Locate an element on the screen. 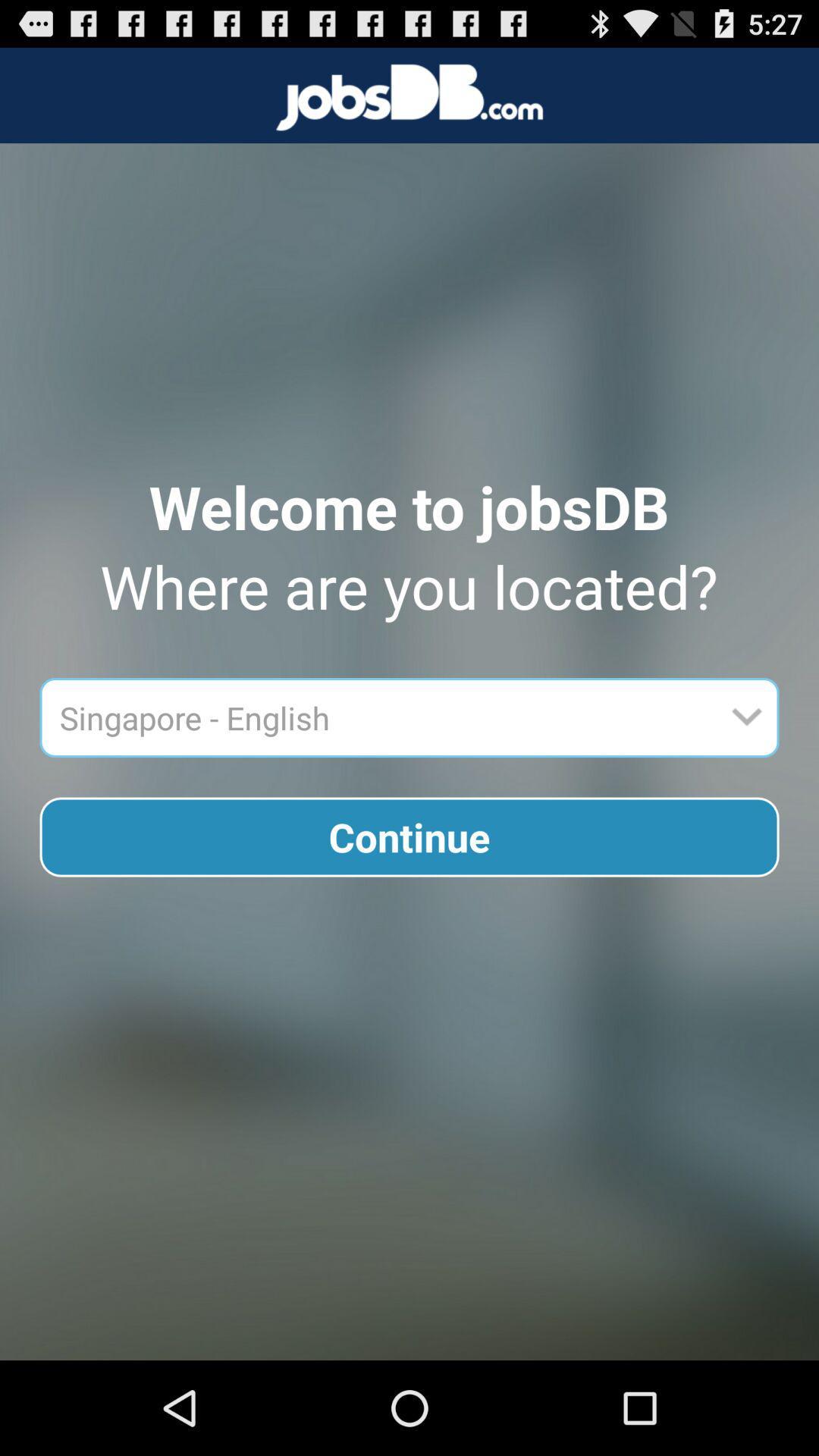 The width and height of the screenshot is (819, 1456). icon below singapore - english is located at coordinates (409, 836).